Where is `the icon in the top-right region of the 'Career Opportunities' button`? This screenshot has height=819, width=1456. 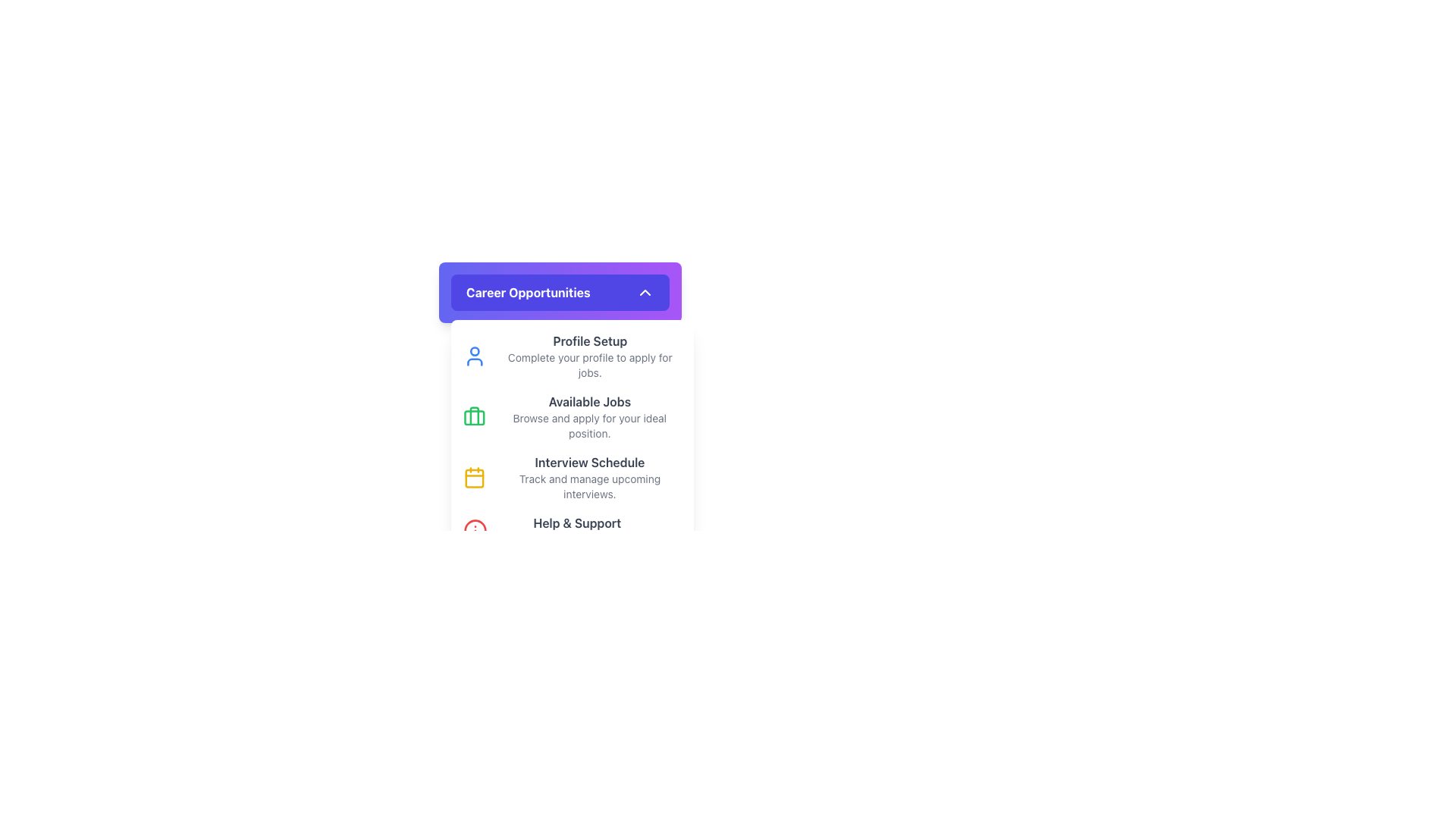 the icon in the top-right region of the 'Career Opportunities' button is located at coordinates (645, 292).